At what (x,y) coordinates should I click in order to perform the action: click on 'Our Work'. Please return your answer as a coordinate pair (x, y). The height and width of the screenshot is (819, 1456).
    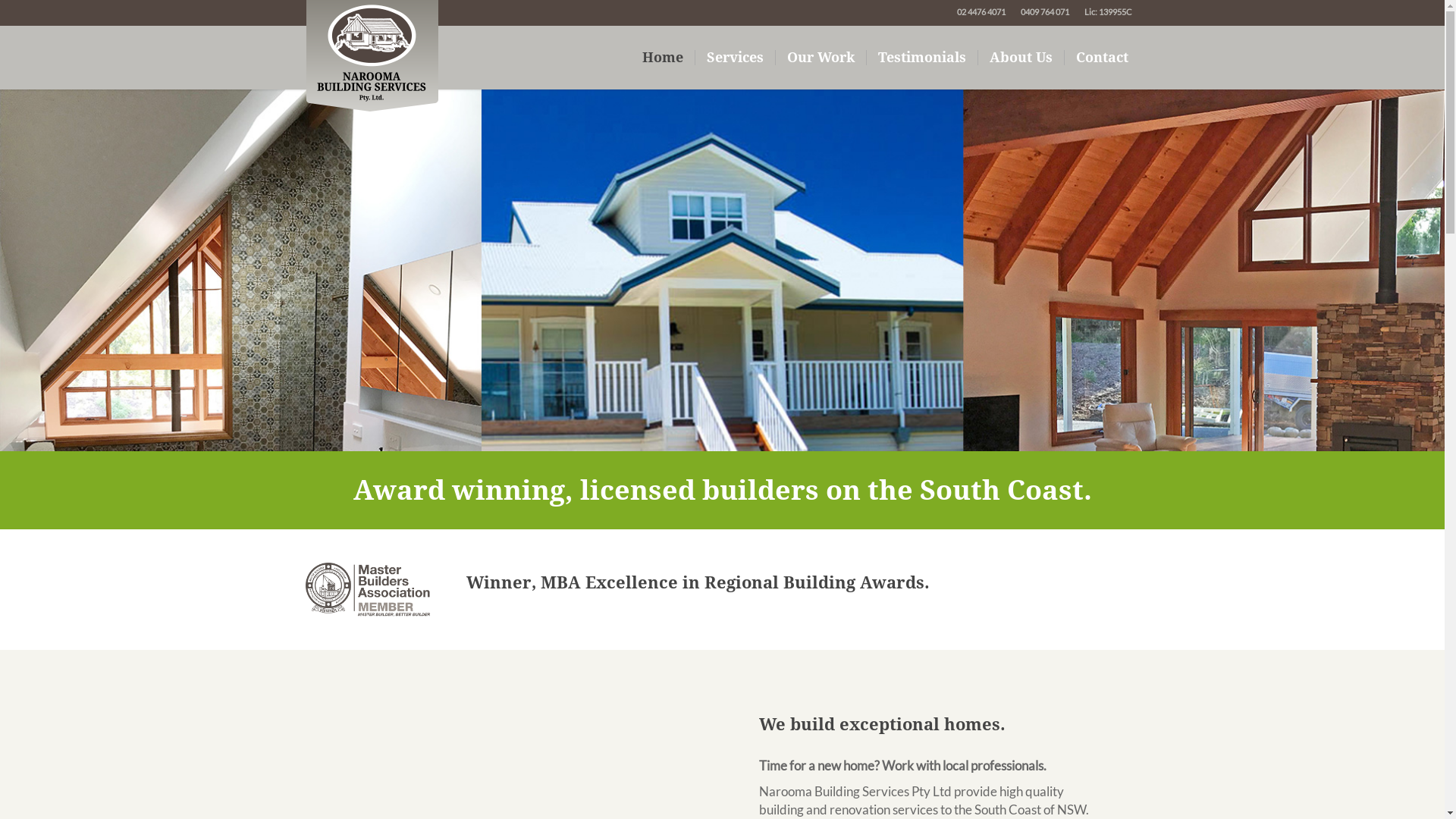
    Looking at the image, I should click on (819, 57).